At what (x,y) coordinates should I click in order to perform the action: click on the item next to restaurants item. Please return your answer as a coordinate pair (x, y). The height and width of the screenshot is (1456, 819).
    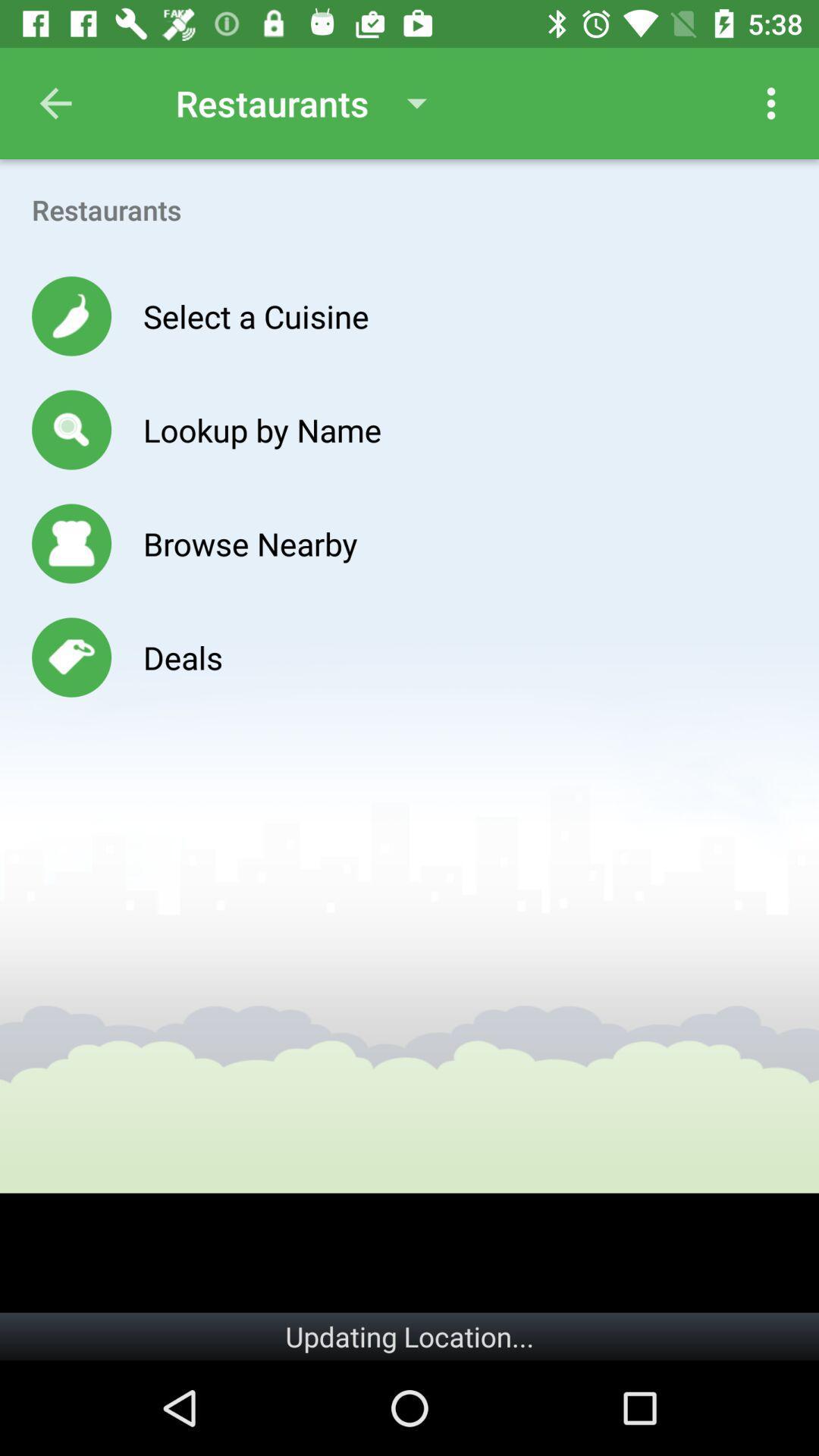
    Looking at the image, I should click on (55, 102).